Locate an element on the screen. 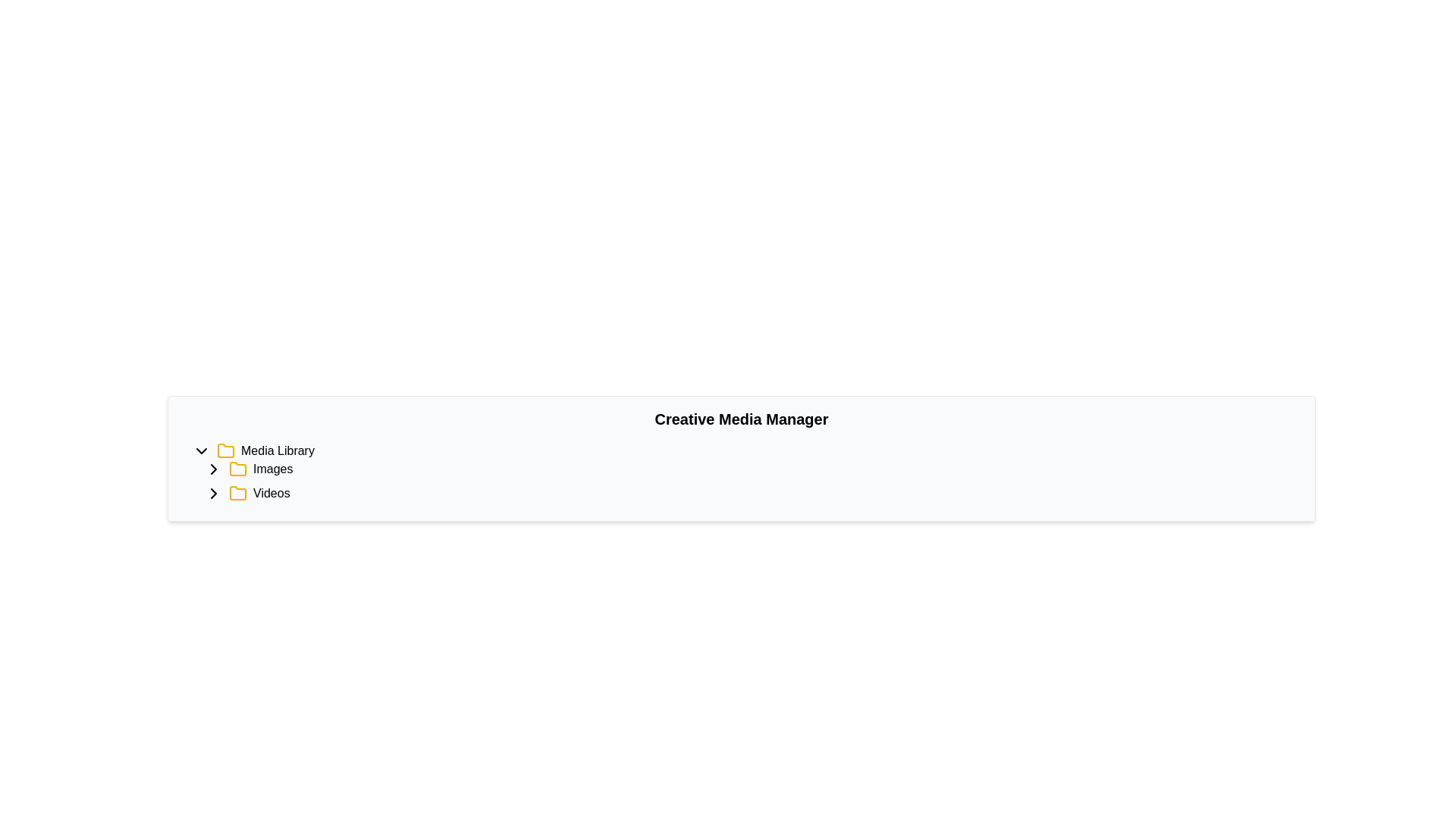 The height and width of the screenshot is (819, 1456). the folder icon representing the 'Media Library', which is located to the left of the 'Media Library' text label in the hierarchical navigation panel is located at coordinates (224, 450).